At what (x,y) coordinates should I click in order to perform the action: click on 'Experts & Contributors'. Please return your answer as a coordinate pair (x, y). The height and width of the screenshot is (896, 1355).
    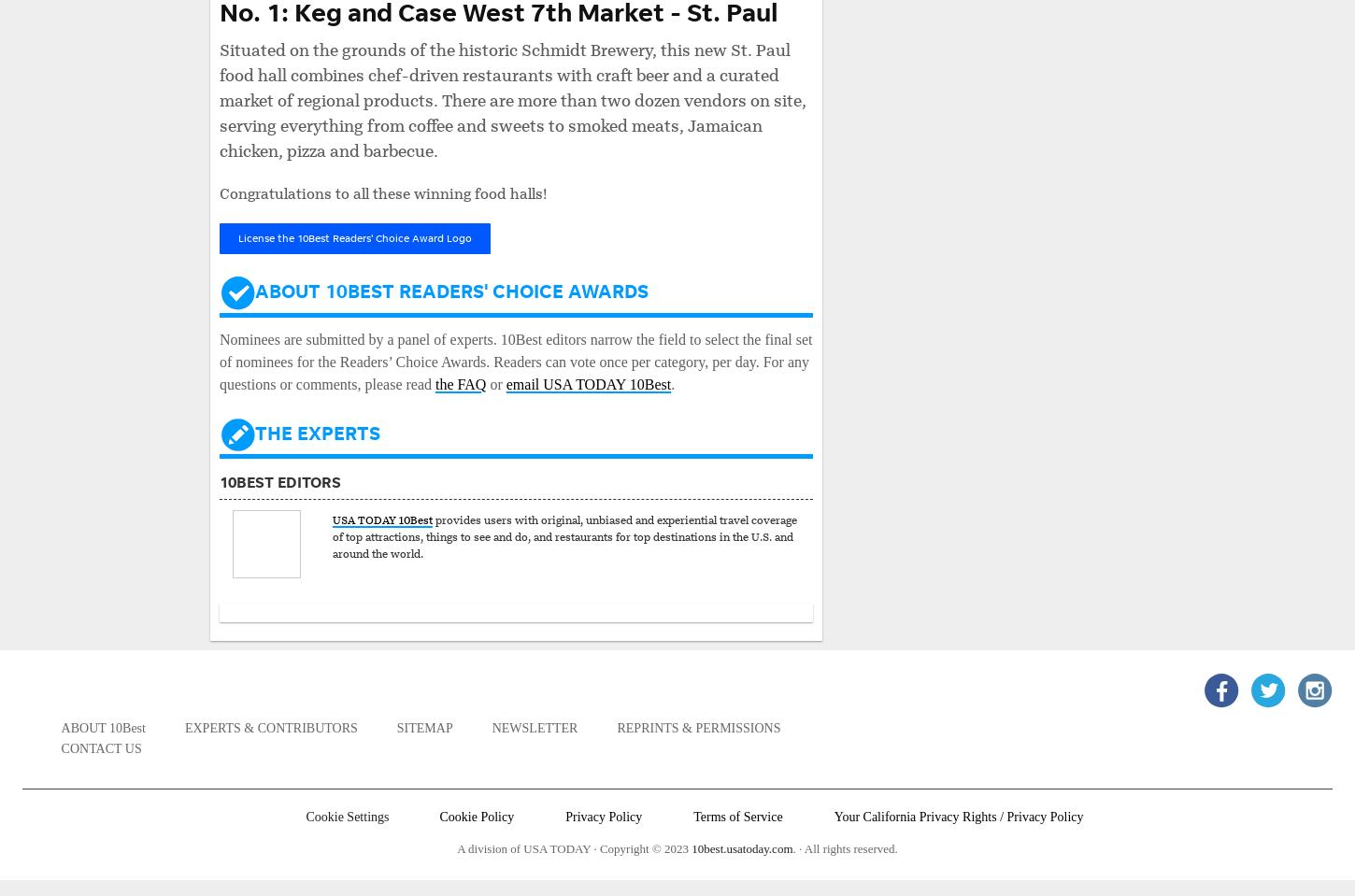
    Looking at the image, I should click on (183, 727).